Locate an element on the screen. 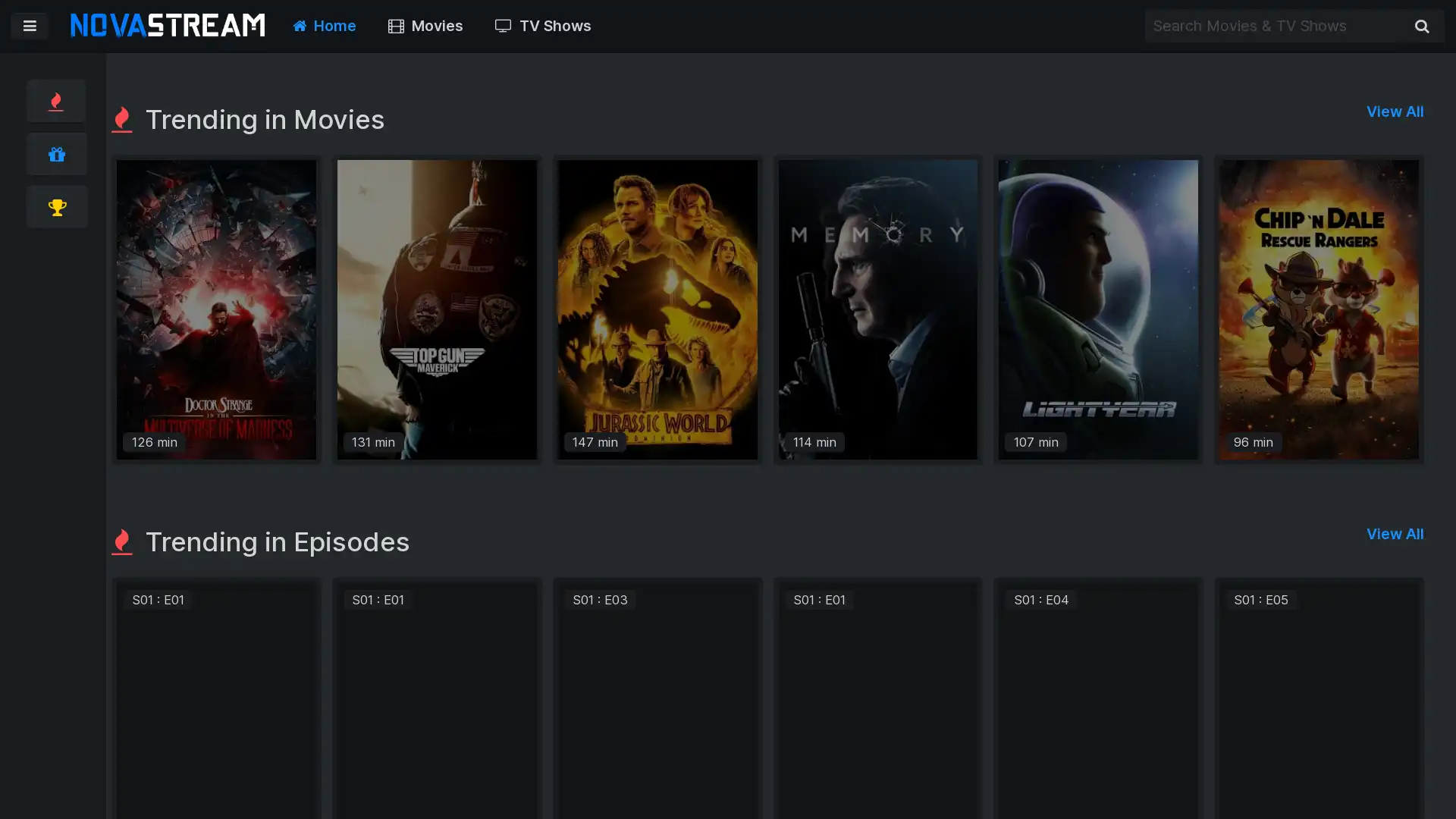  View All is located at coordinates (1395, 110).